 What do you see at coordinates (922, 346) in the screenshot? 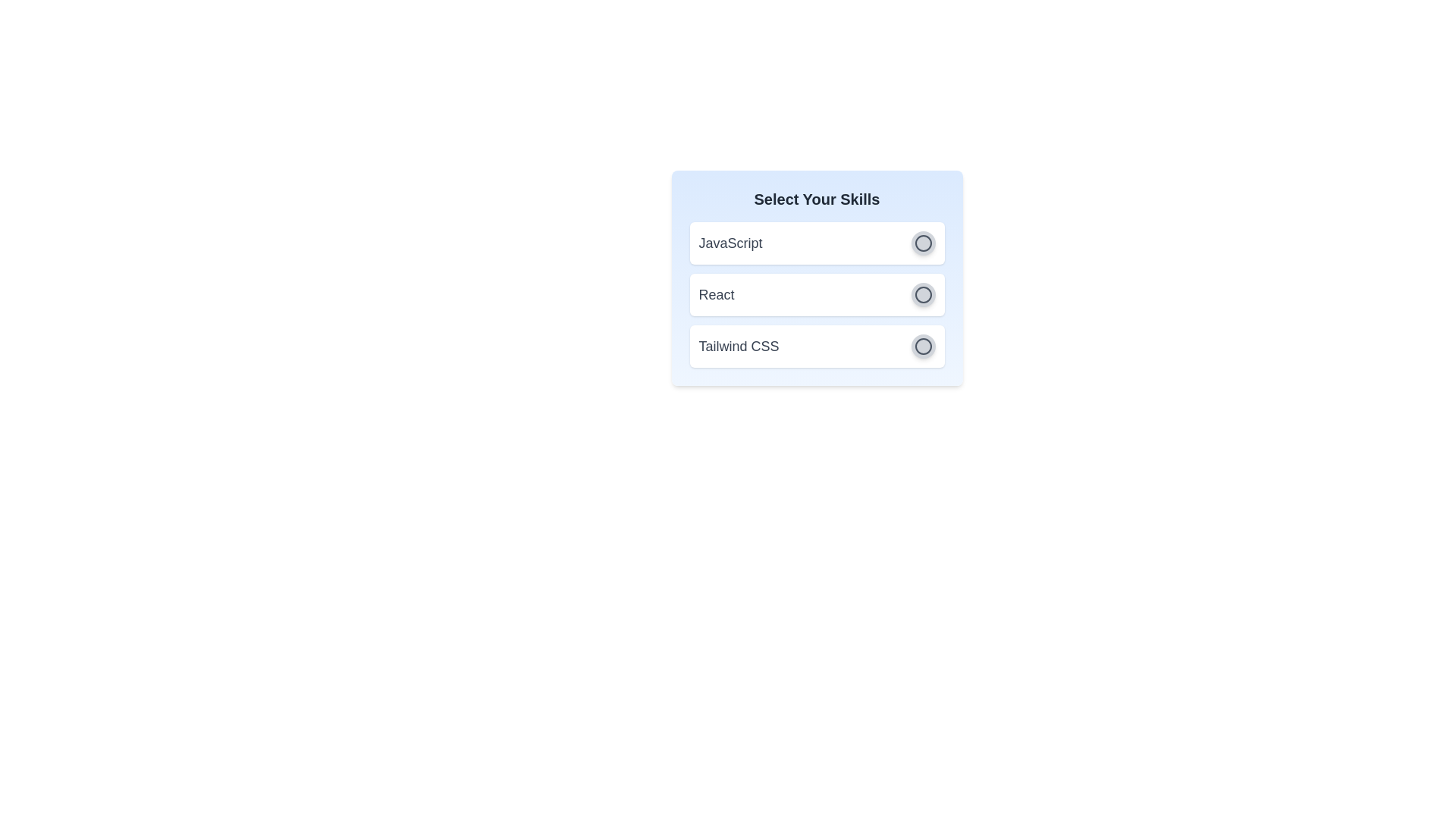
I see `the skill Tailwind CSS` at bounding box center [922, 346].